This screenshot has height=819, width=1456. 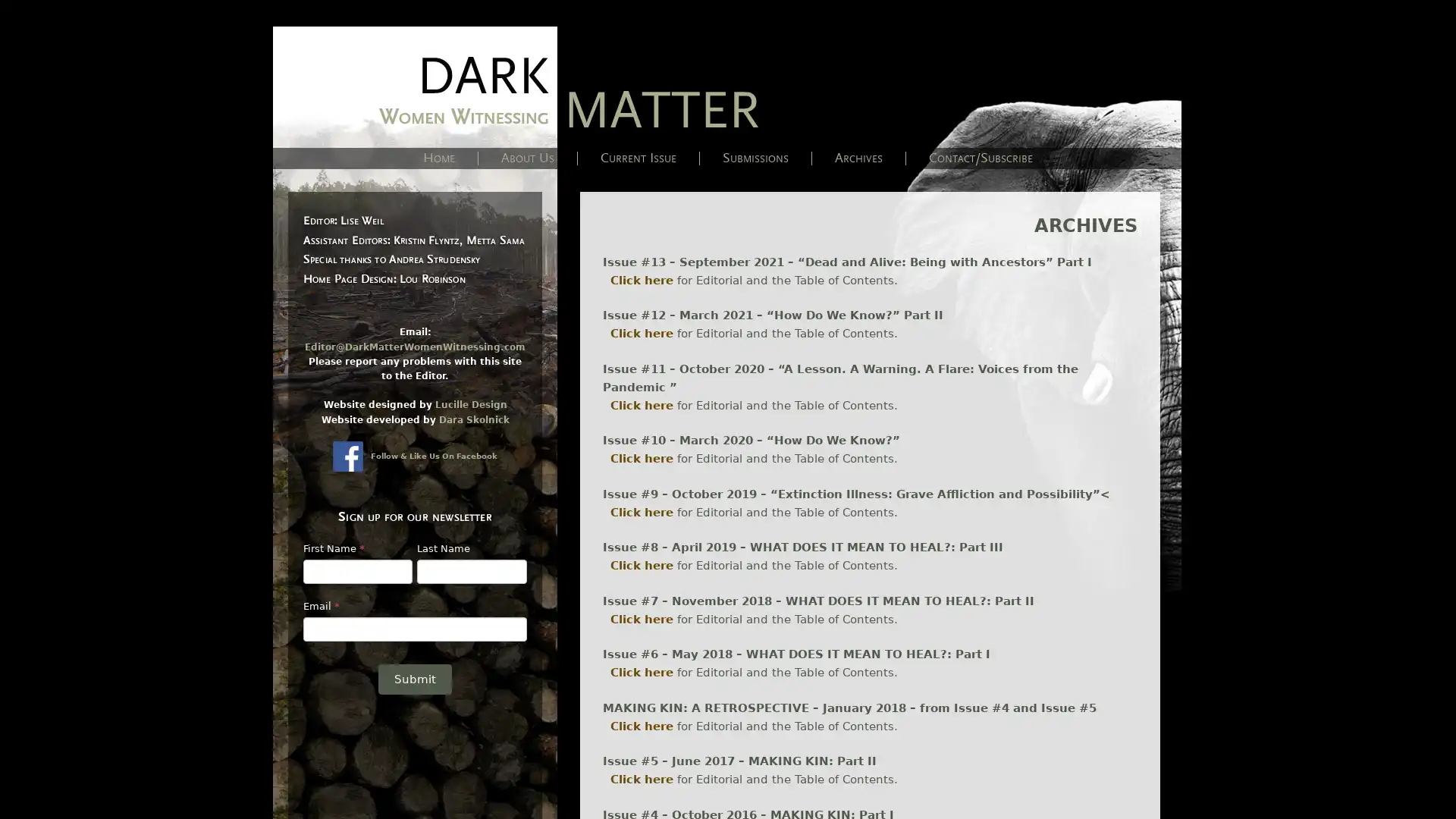 What do you see at coordinates (414, 678) in the screenshot?
I see `Submit` at bounding box center [414, 678].